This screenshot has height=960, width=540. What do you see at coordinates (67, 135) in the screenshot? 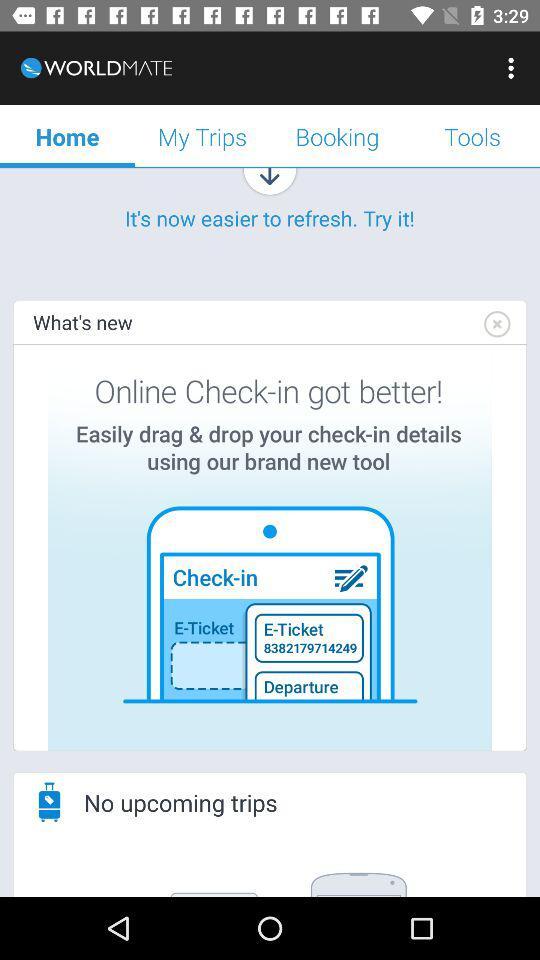
I see `app to the left of my trips app` at bounding box center [67, 135].